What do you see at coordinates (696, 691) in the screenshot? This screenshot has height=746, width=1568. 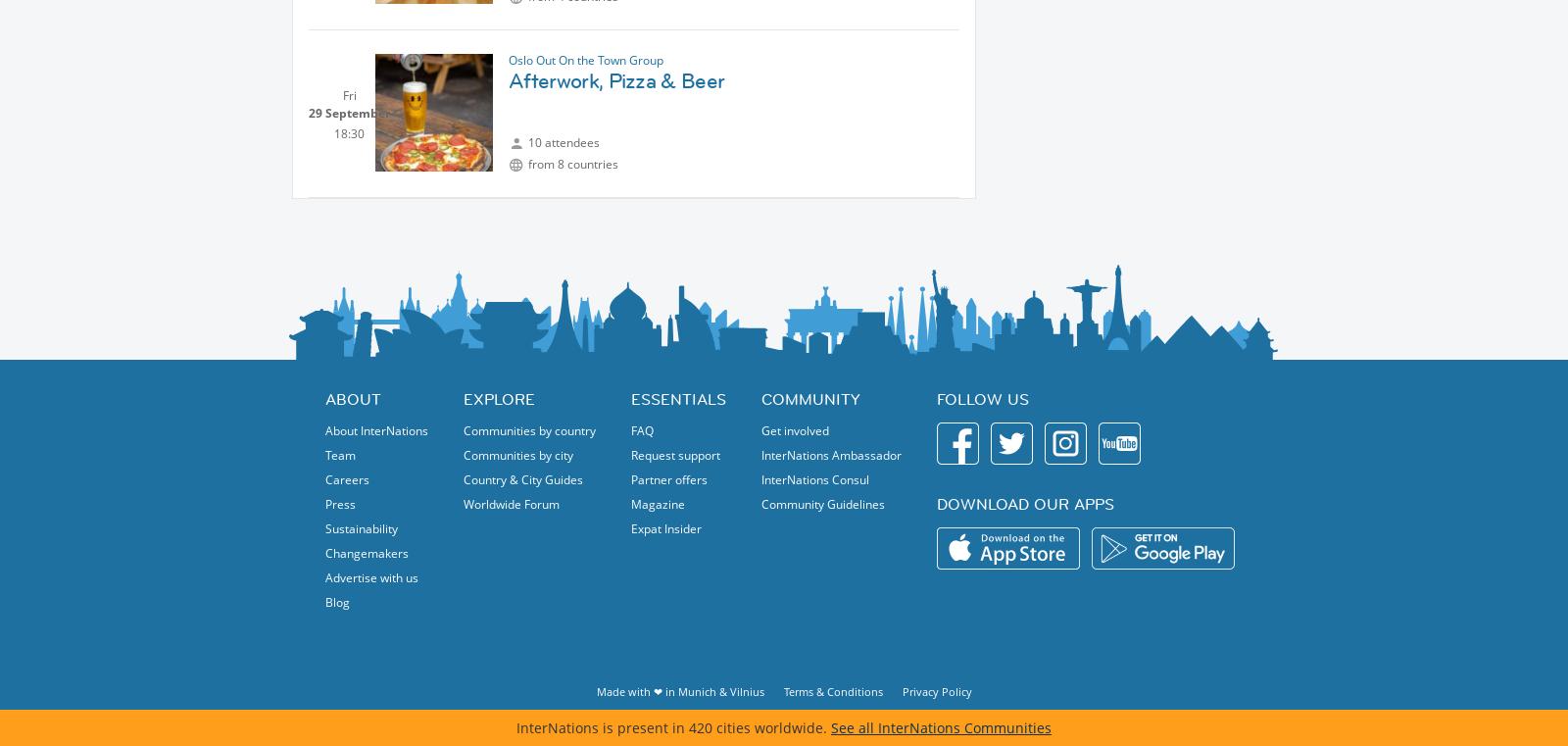 I see `'Munich'` at bounding box center [696, 691].